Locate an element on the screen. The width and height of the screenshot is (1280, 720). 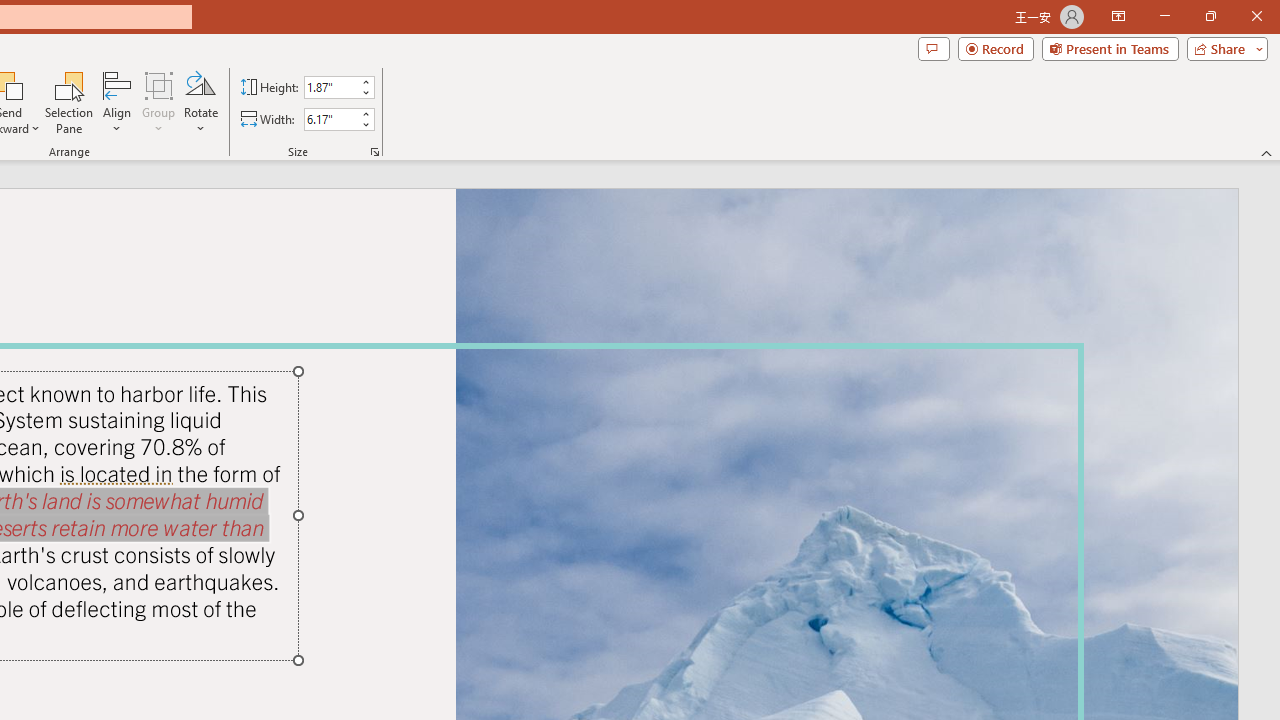
'Minimize' is located at coordinates (1164, 16).